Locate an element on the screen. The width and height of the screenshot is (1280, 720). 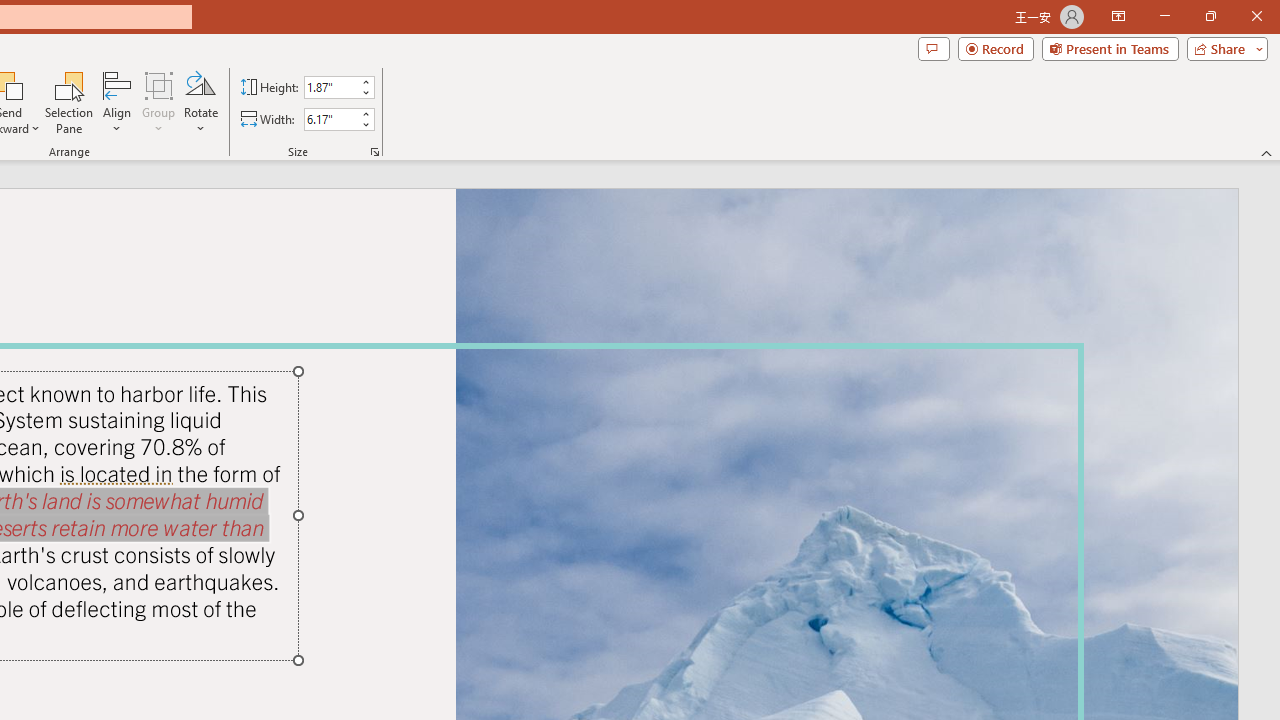
'Minimize' is located at coordinates (1164, 16).